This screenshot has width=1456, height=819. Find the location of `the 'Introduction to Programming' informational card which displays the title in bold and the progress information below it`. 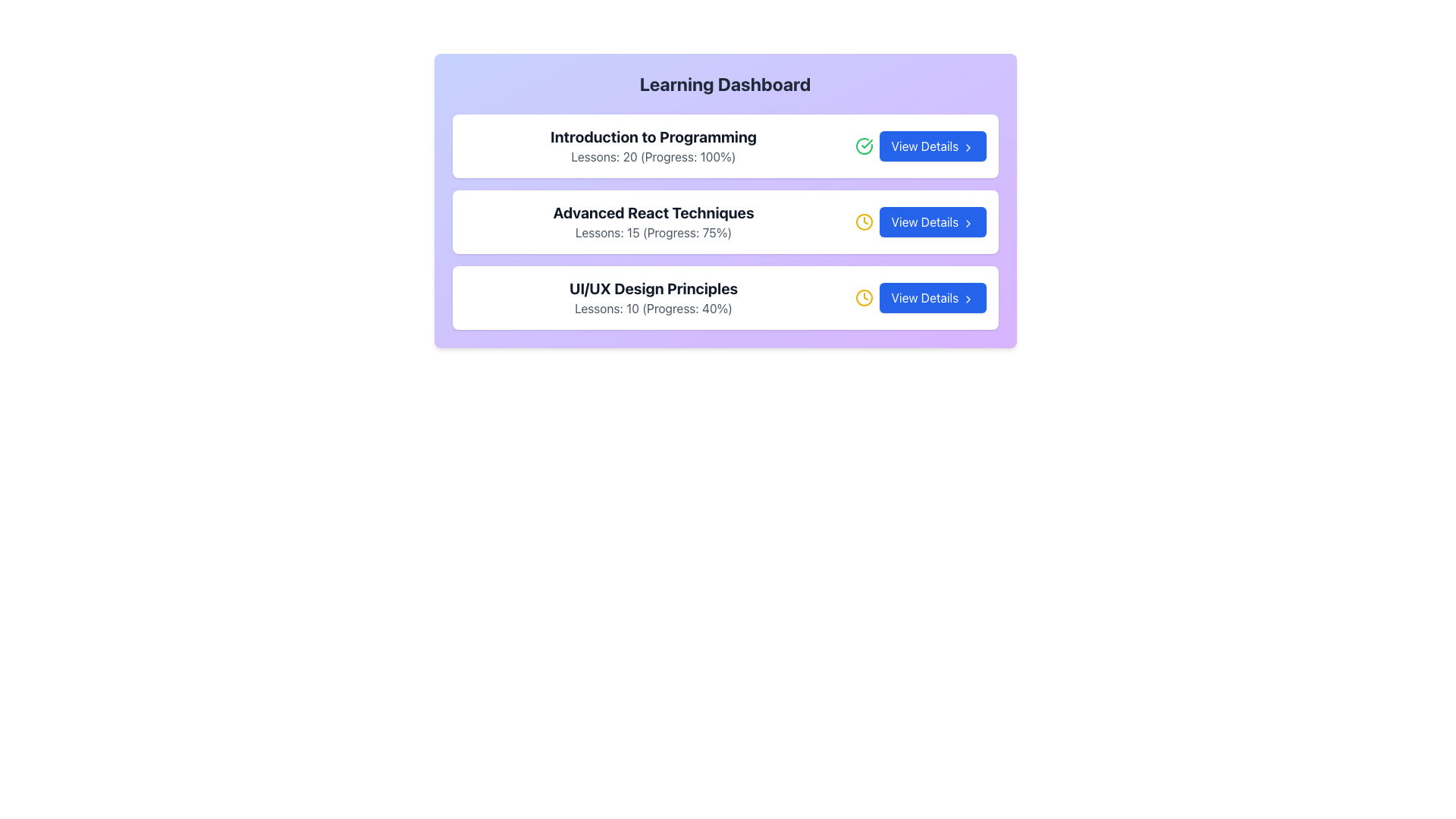

the 'Introduction to Programming' informational card which displays the title in bold and the progress information below it is located at coordinates (654, 146).